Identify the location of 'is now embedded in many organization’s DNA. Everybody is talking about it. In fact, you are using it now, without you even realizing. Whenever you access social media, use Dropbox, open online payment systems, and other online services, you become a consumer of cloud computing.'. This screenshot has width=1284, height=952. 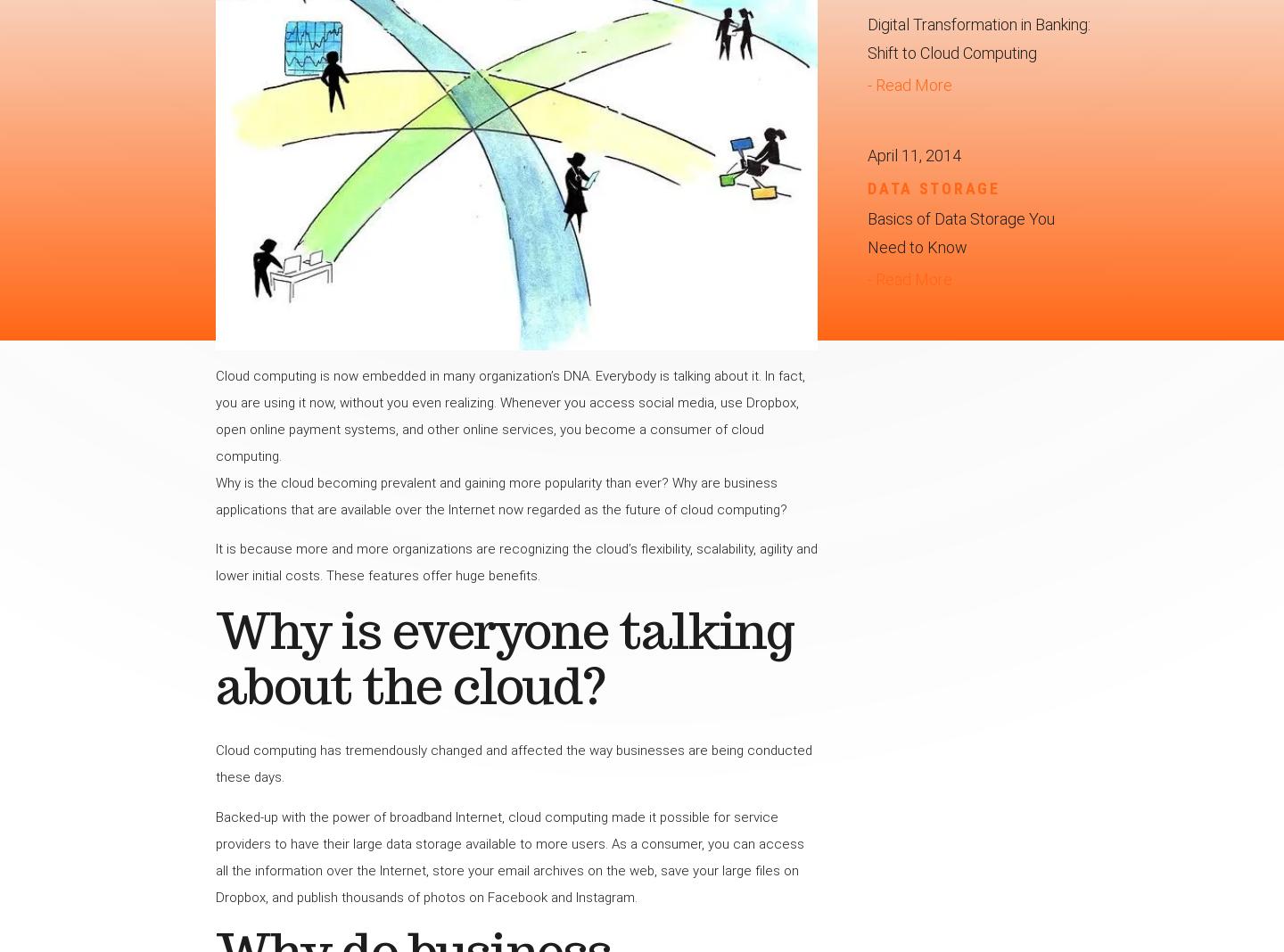
(509, 415).